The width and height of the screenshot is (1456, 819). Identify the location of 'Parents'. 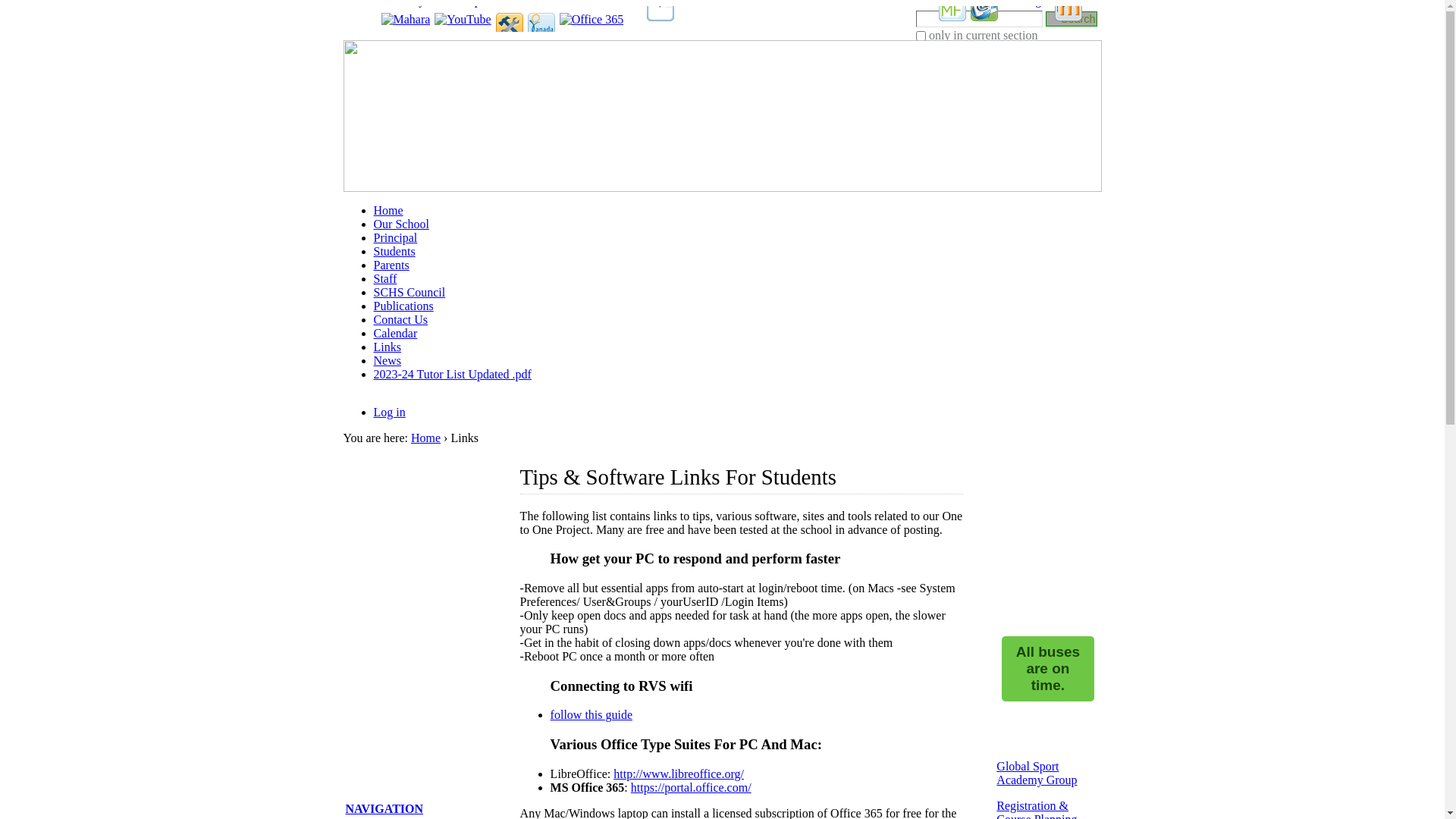
(391, 264).